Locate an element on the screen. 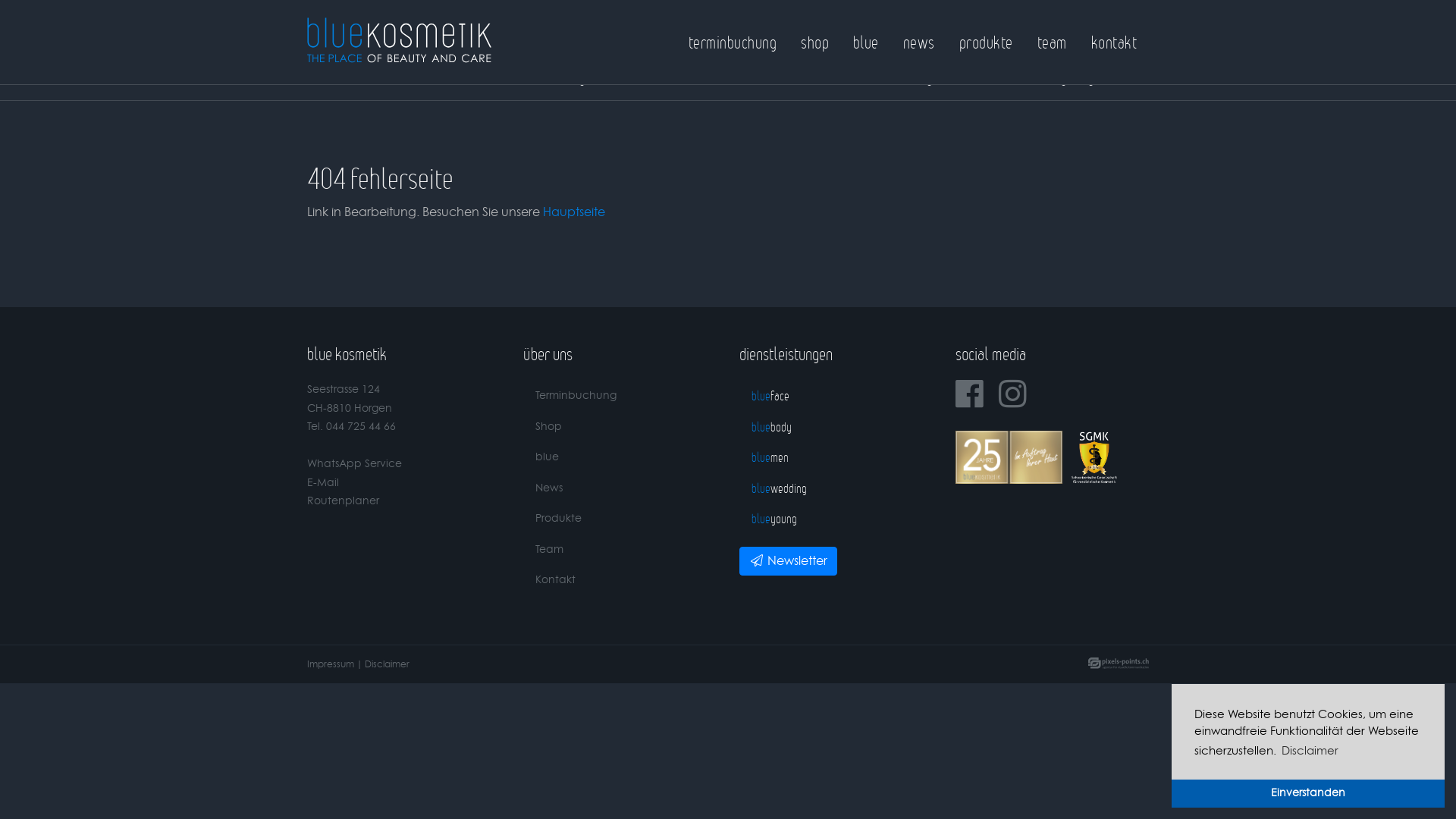 Image resolution: width=1456 pixels, height=819 pixels. 'blueyoung' is located at coordinates (835, 518).